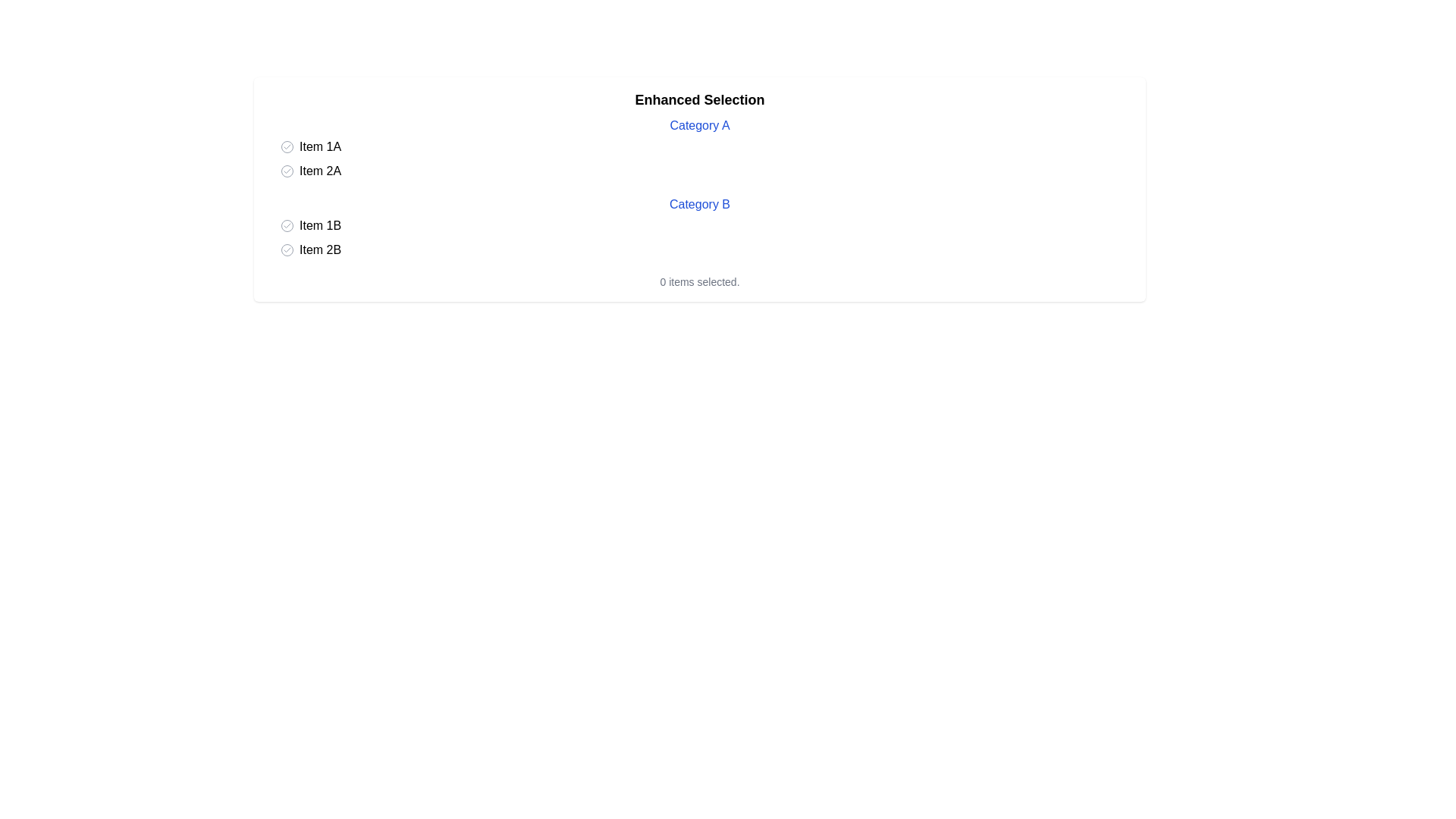 This screenshot has width=1456, height=819. Describe the element at coordinates (698, 228) in the screenshot. I see `the 'Category B' section, which contains the items 'Item 1B' and 'Item 2B', by clicking within this group area` at that location.